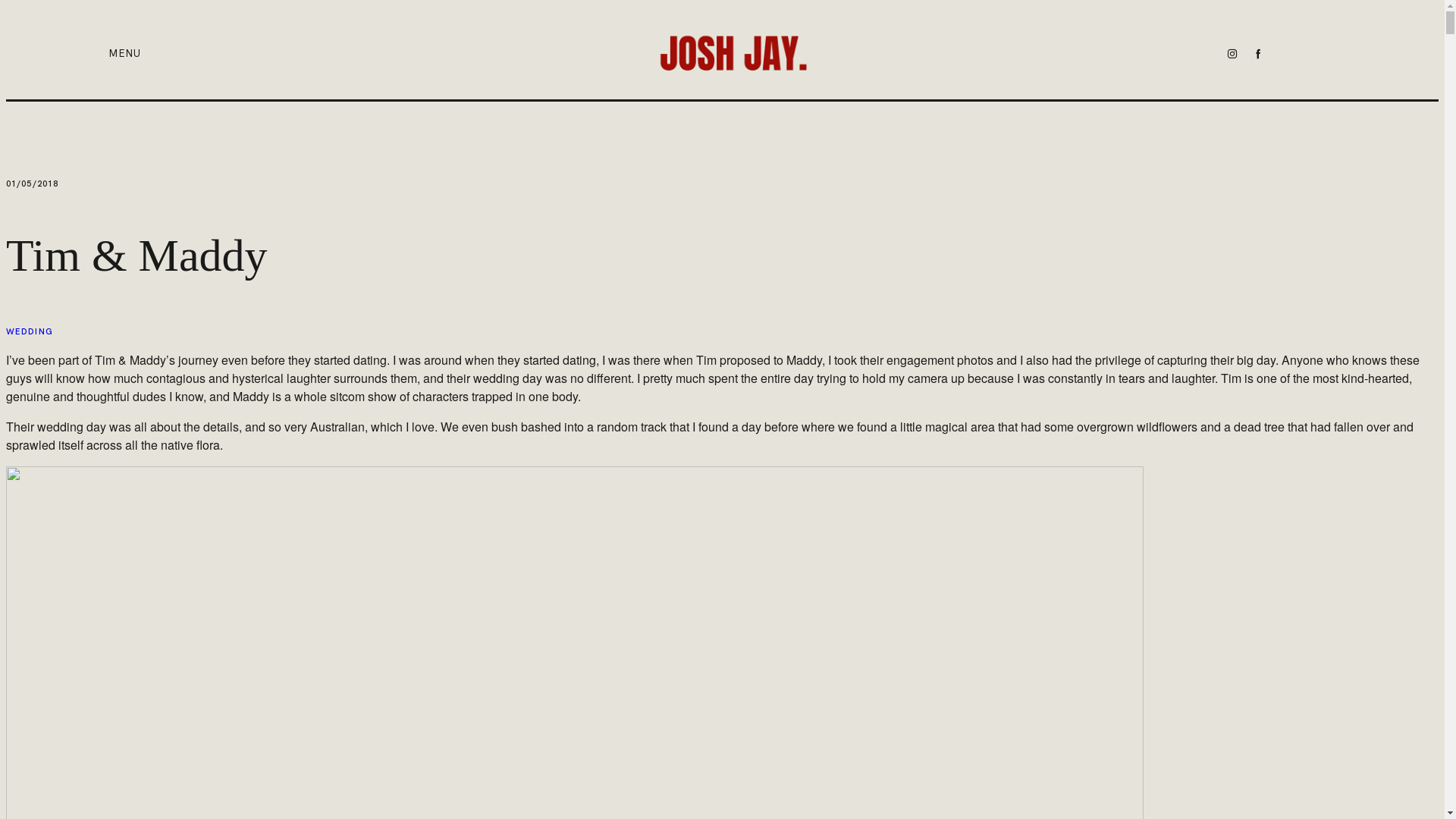 This screenshot has width=1456, height=819. What do you see at coordinates (6, 331) in the screenshot?
I see `'WEDDING'` at bounding box center [6, 331].